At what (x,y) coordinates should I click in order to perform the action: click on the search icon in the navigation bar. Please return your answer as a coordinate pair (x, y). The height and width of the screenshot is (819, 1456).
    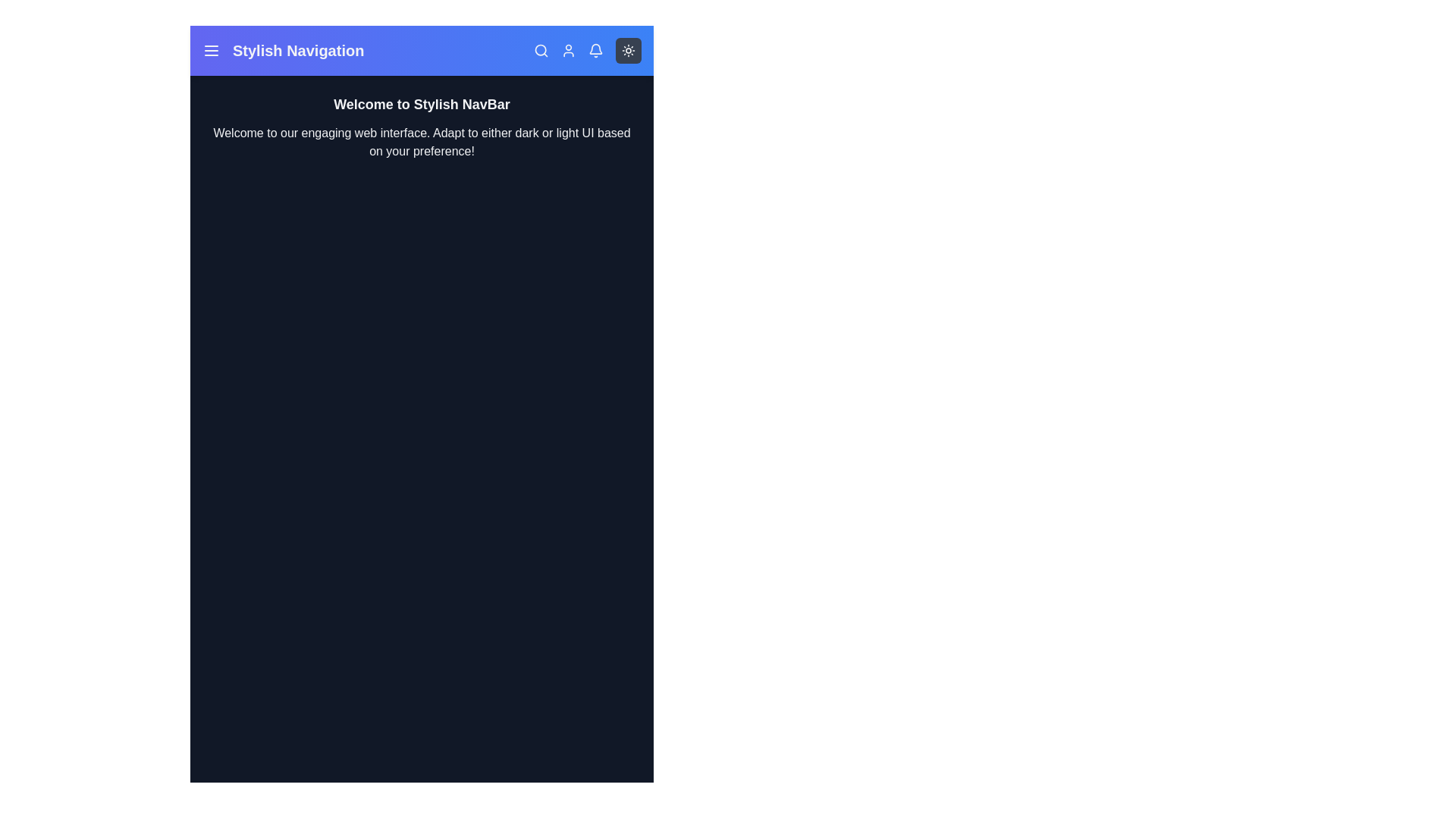
    Looking at the image, I should click on (541, 49).